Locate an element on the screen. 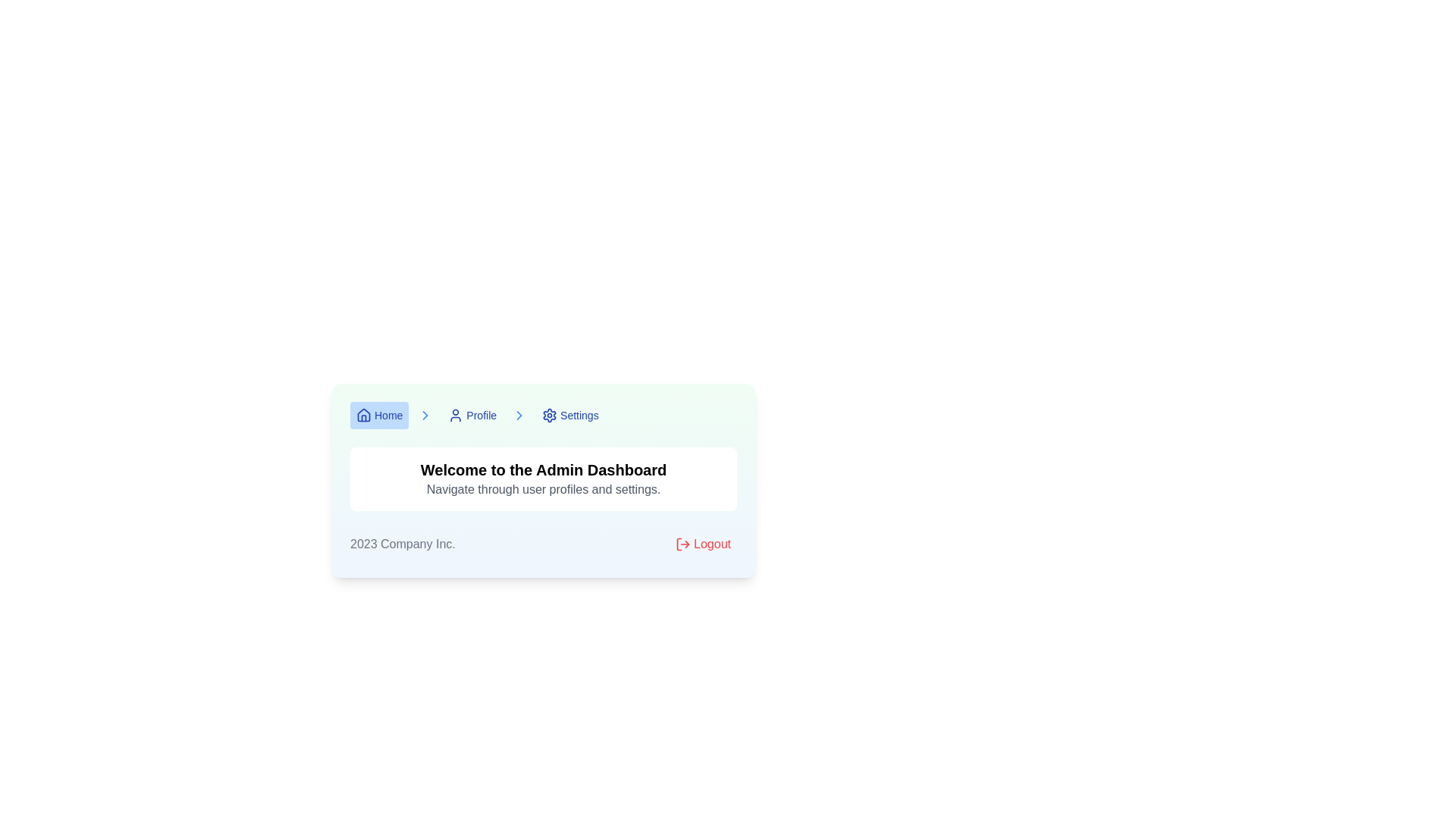 The image size is (1456, 819). right-pointing chevron icon that separates the 'Home' and 'Profile' sections in the breadcrumb navigation bar for developer debugging purposes is located at coordinates (425, 415).